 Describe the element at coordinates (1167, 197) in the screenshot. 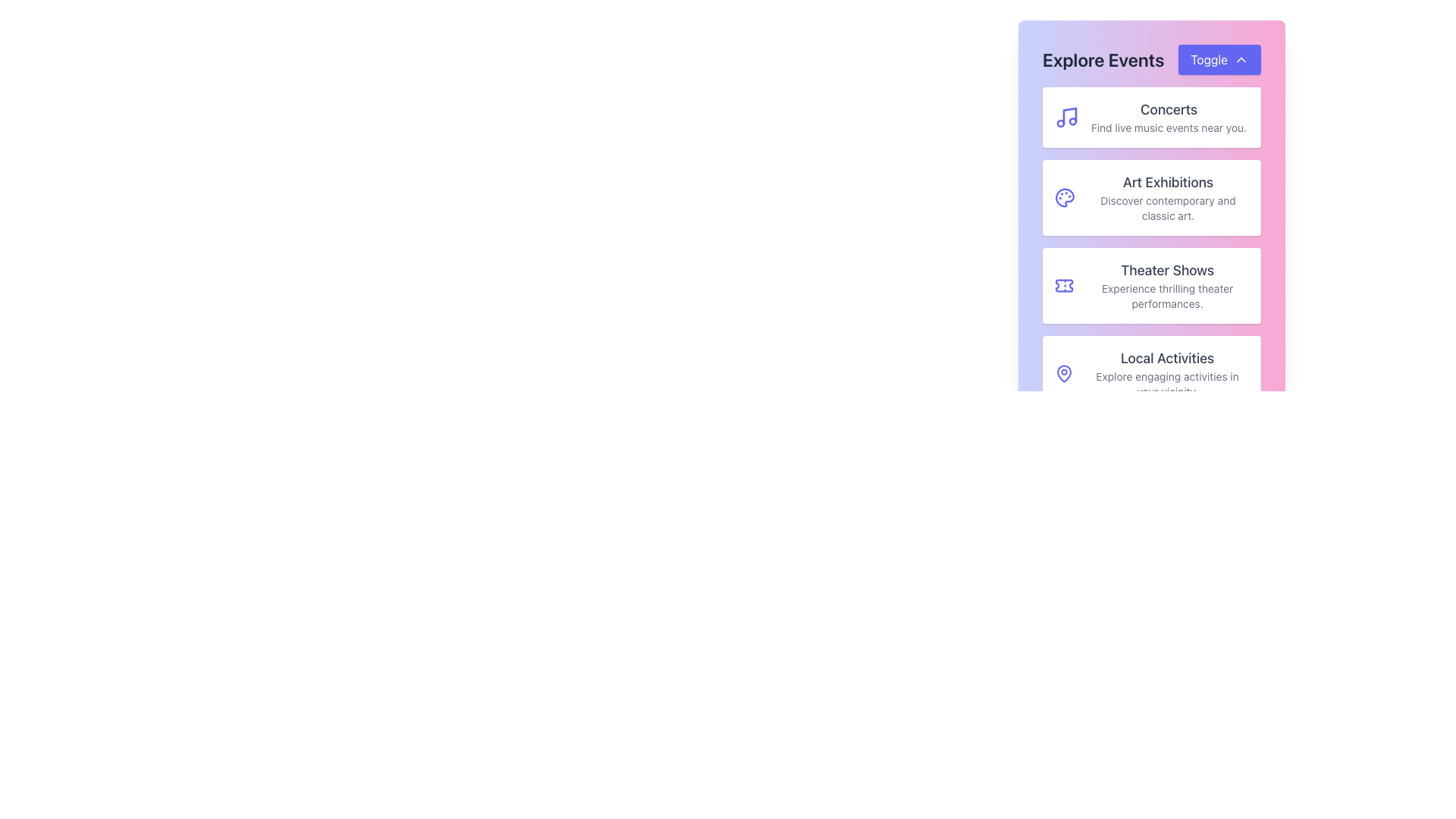

I see `the 'Art Exhibitions' text label and description which is the second card in the sidebar, positioned below the 'Concerts' card and above 'Theater Shows'` at that location.